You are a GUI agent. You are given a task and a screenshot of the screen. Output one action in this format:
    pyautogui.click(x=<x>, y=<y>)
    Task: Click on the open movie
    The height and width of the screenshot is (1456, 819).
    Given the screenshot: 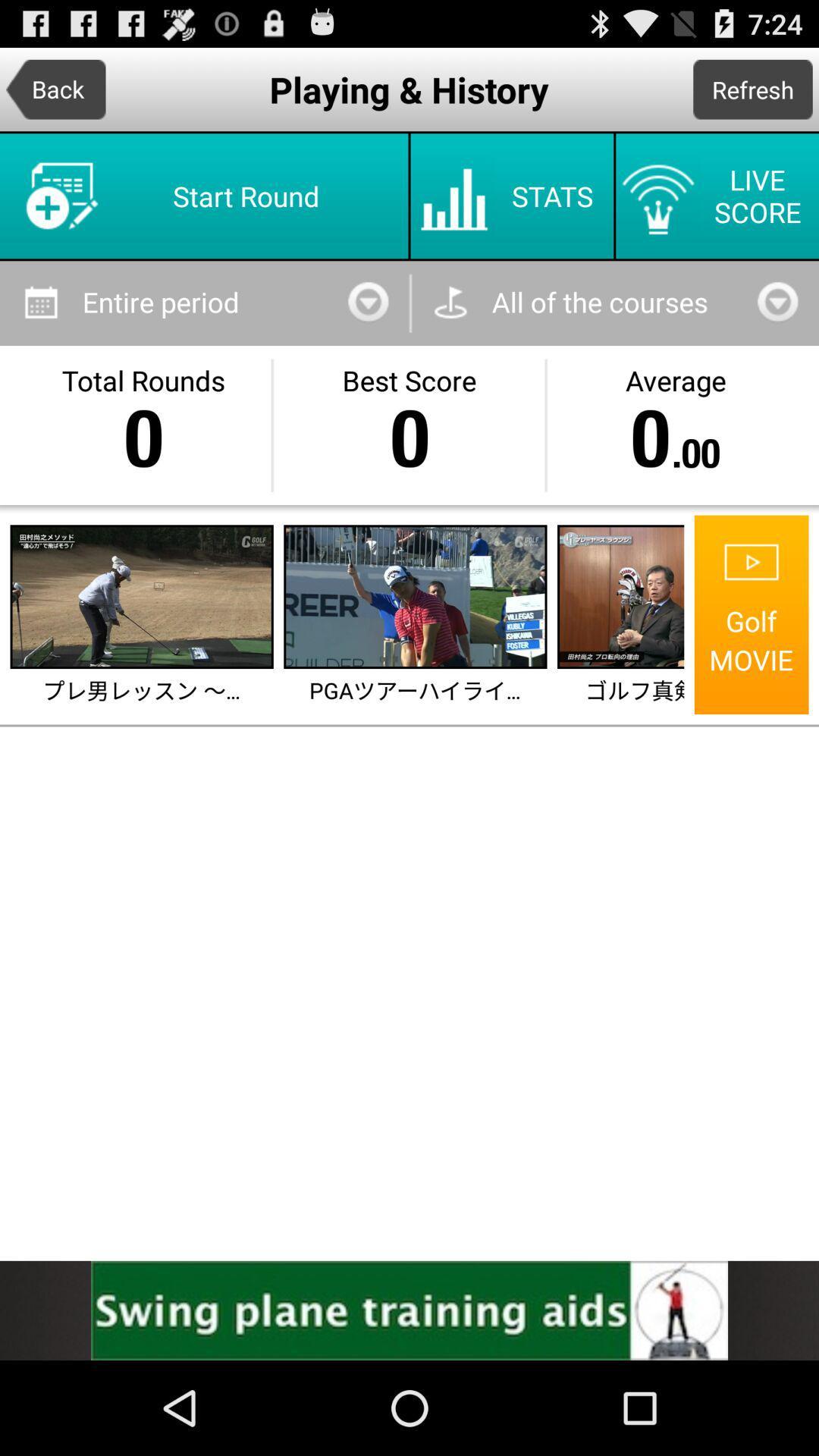 What is the action you would take?
    pyautogui.click(x=622, y=596)
    